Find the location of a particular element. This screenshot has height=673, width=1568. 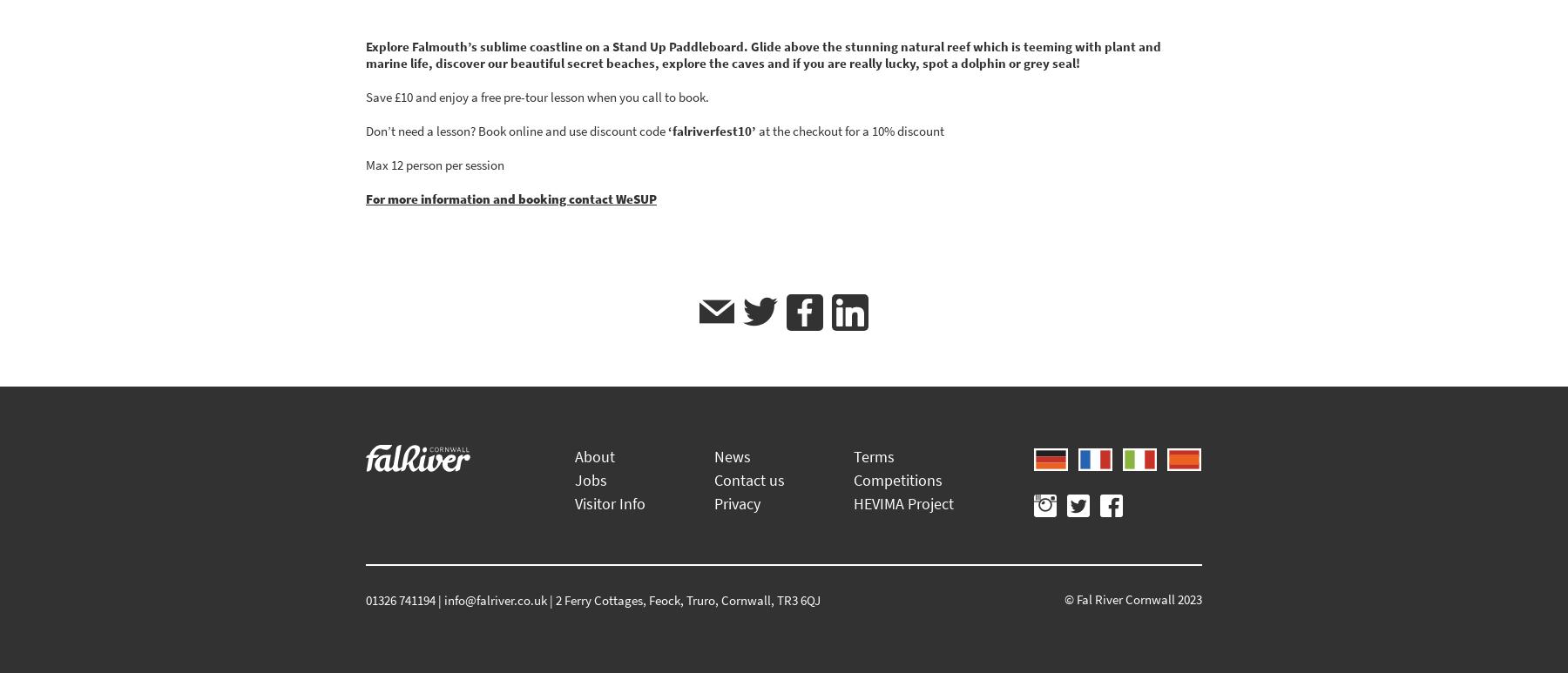

'For more information and booking contact WeSUP' is located at coordinates (510, 199).